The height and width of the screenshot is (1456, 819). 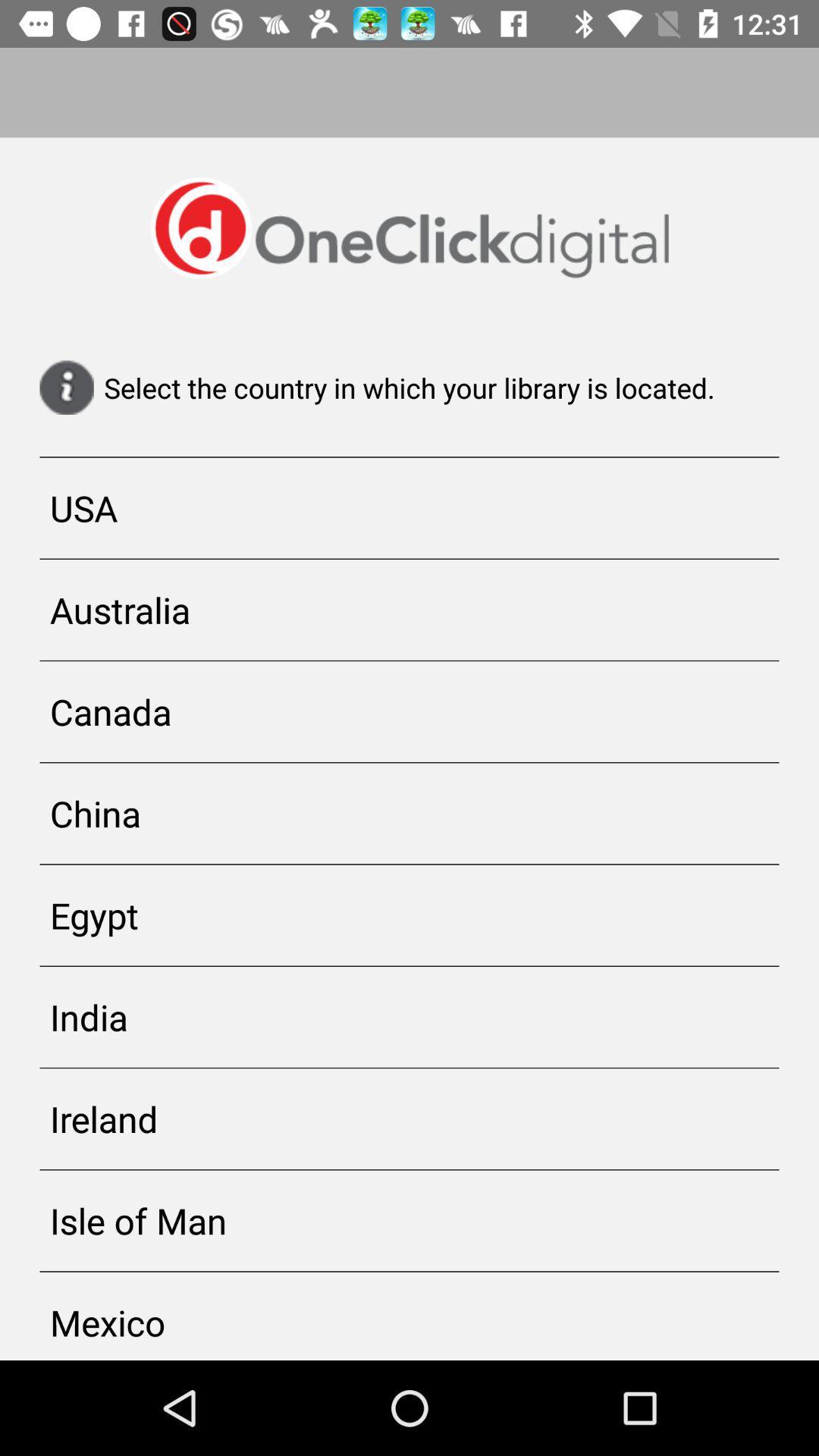 What do you see at coordinates (409, 1315) in the screenshot?
I see `mexico` at bounding box center [409, 1315].